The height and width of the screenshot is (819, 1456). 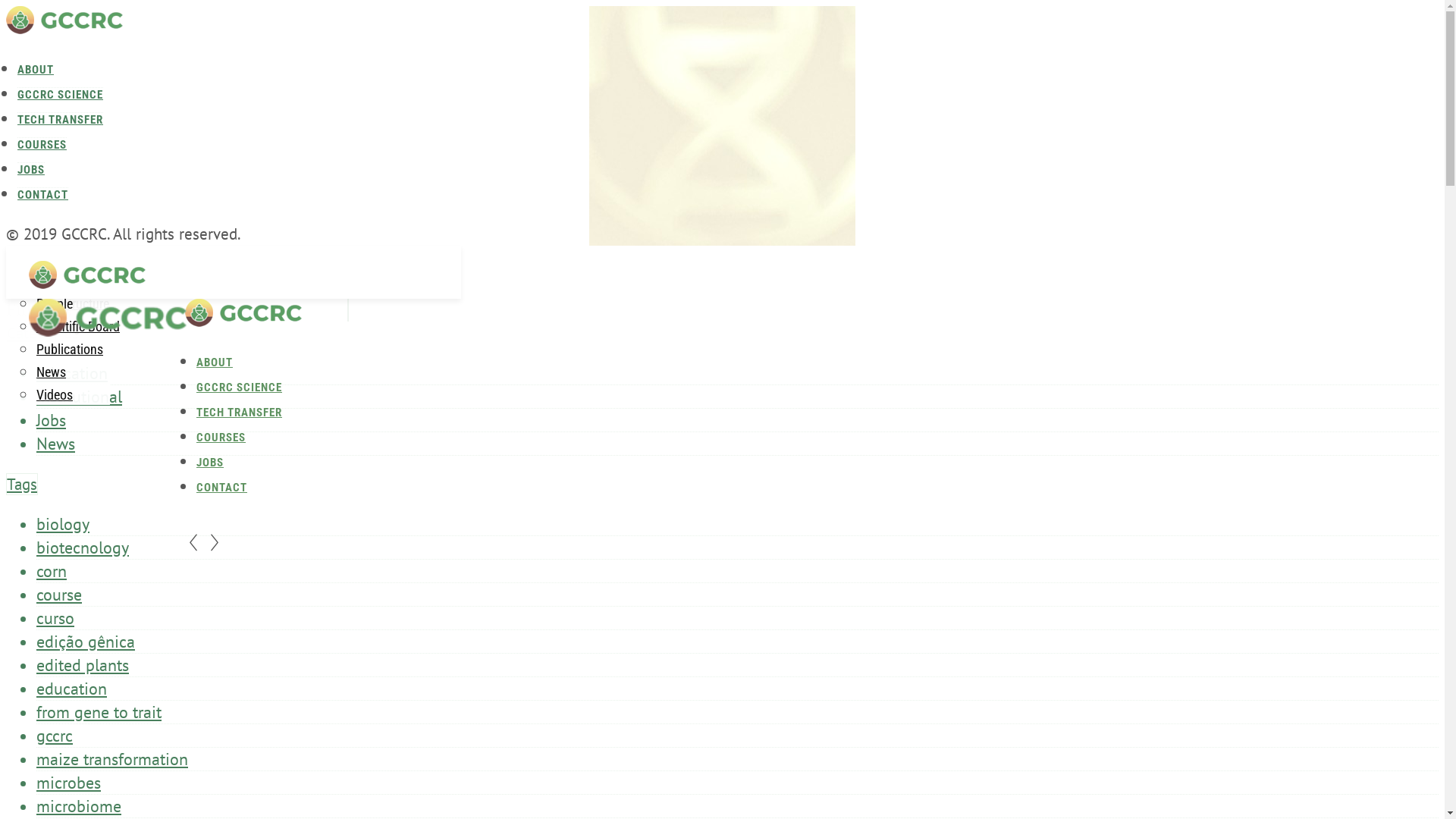 I want to click on 'Publications', so click(x=68, y=349).